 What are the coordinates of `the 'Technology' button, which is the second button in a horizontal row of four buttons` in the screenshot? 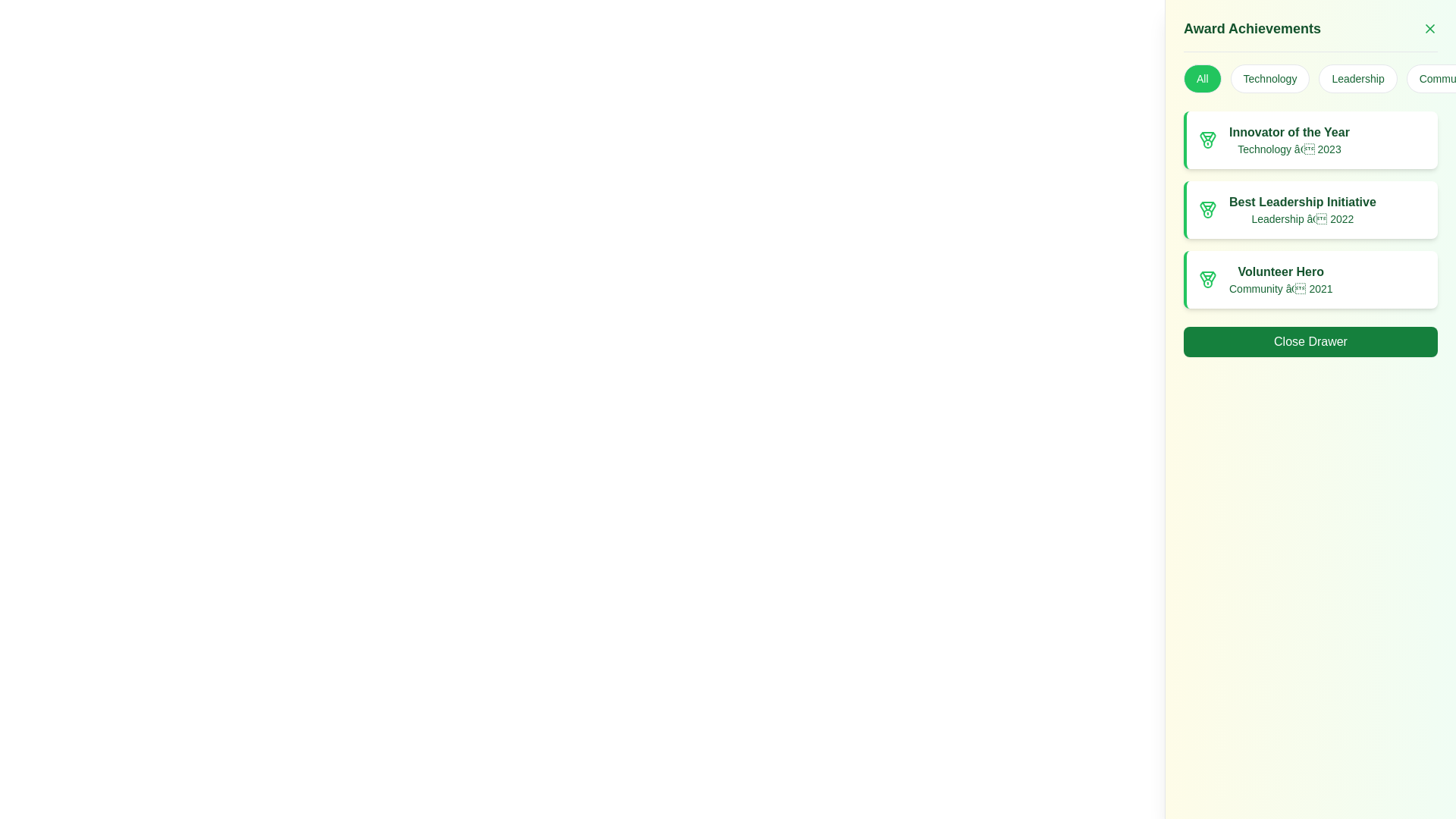 It's located at (1270, 79).